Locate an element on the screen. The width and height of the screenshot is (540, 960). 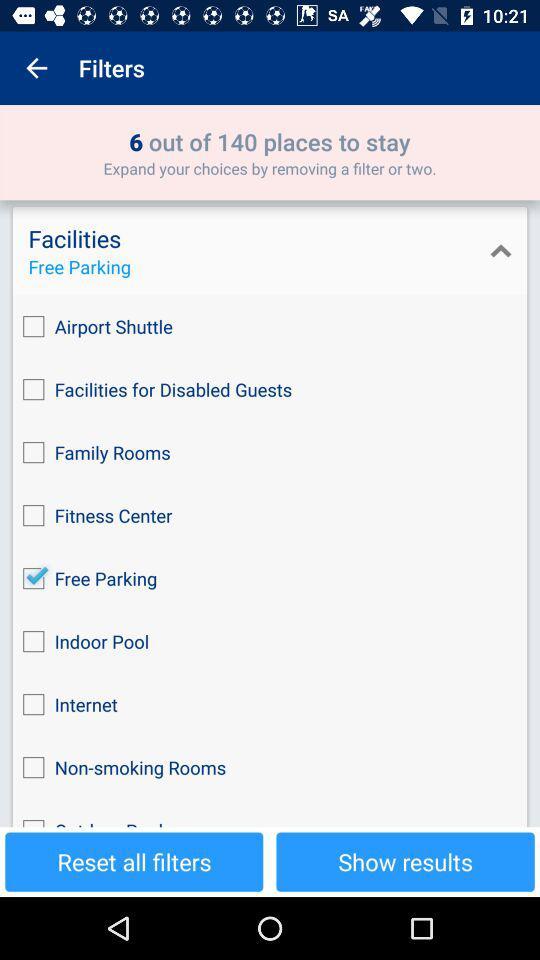
the family rooms checkbox is located at coordinates (270, 452).